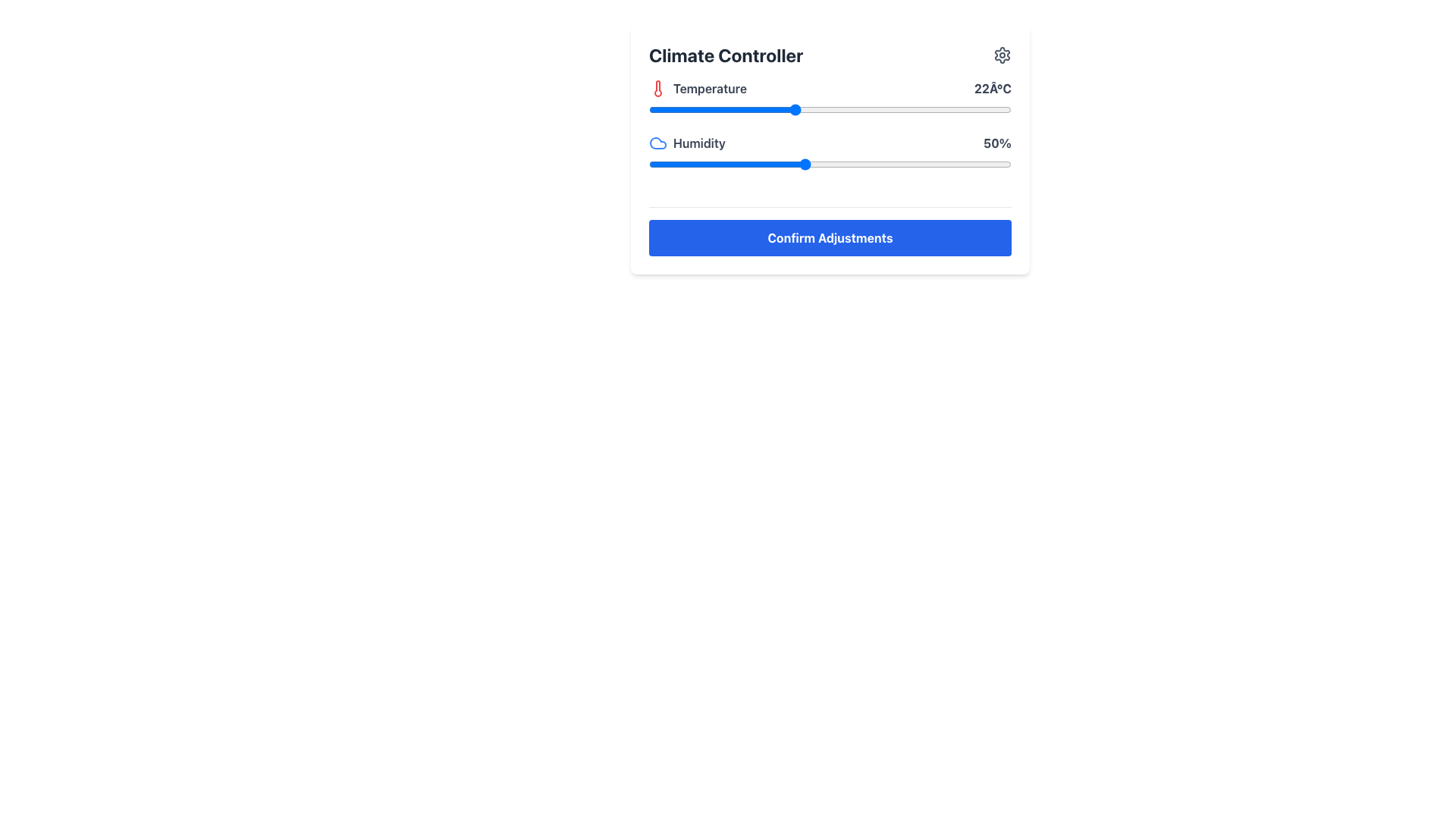 Image resolution: width=1456 pixels, height=819 pixels. I want to click on the information display unit that shows the environmental humidity level, labeled 'Humidity' with a numeric value of '50%', so click(829, 143).